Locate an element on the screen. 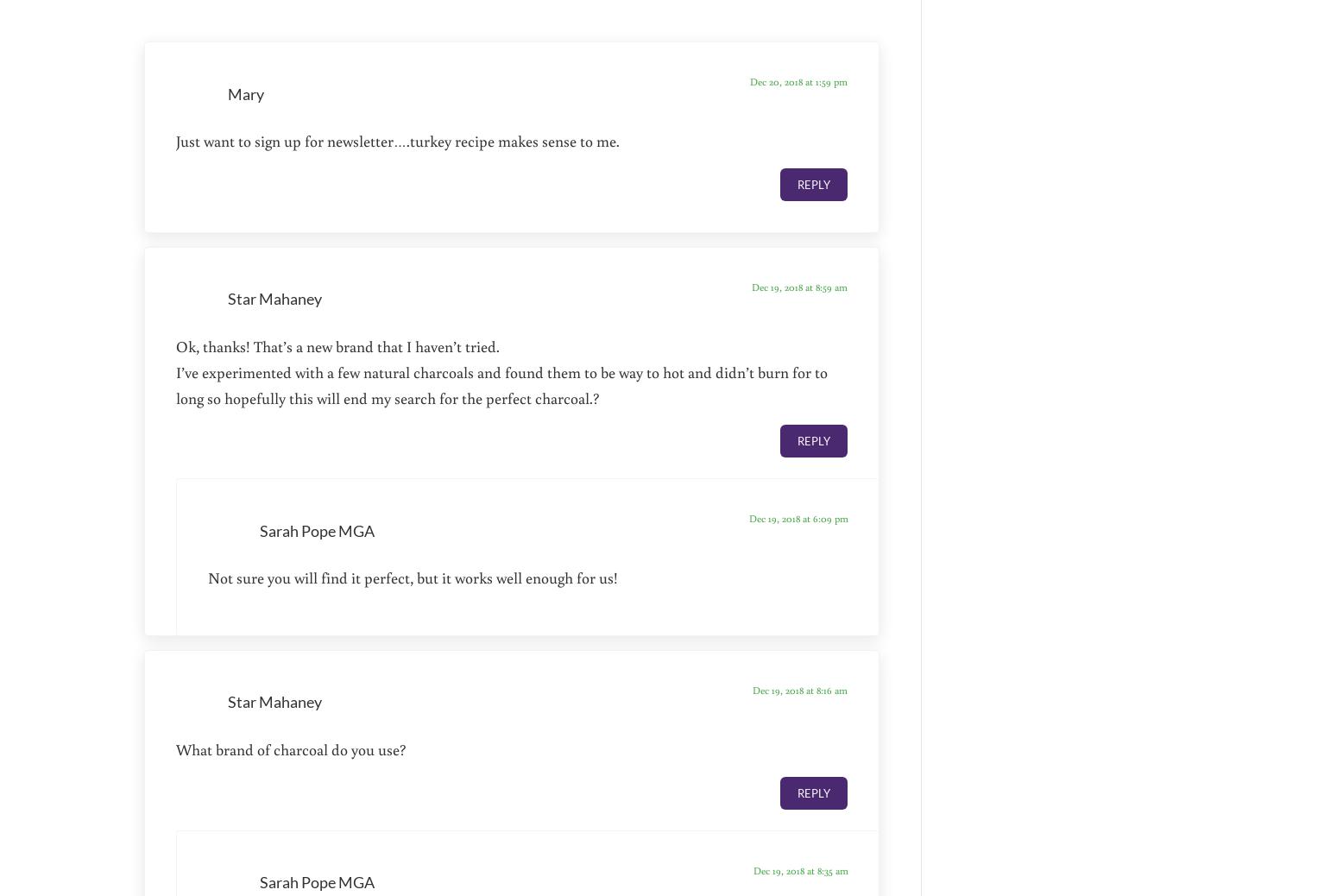  'Just want to sign up for newsletter….turkey recipe makes sense to me.' is located at coordinates (396, 139).